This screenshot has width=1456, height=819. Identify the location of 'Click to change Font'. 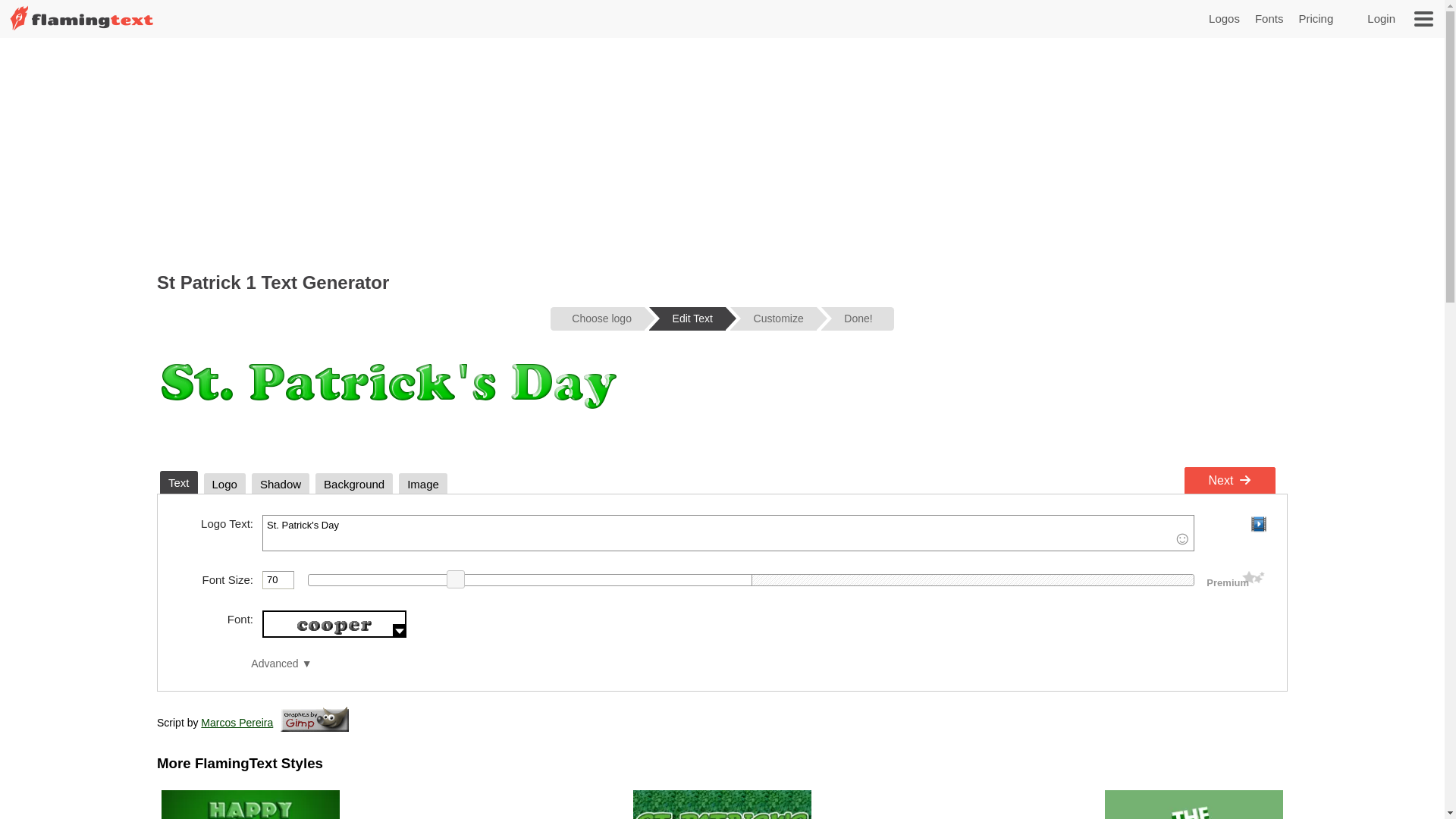
(334, 623).